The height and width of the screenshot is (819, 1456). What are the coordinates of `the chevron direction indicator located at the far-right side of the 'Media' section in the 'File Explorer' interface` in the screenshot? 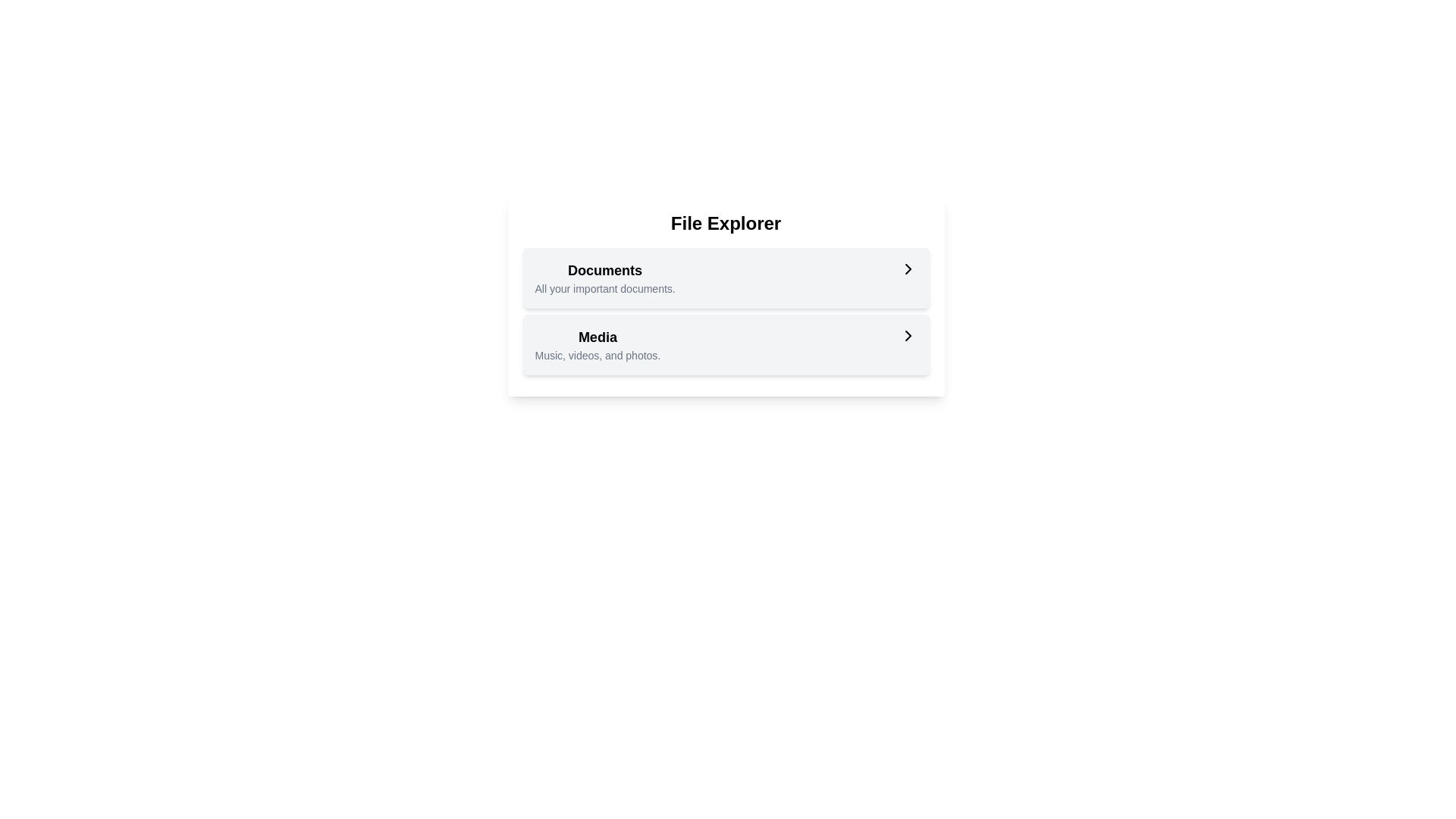 It's located at (908, 335).